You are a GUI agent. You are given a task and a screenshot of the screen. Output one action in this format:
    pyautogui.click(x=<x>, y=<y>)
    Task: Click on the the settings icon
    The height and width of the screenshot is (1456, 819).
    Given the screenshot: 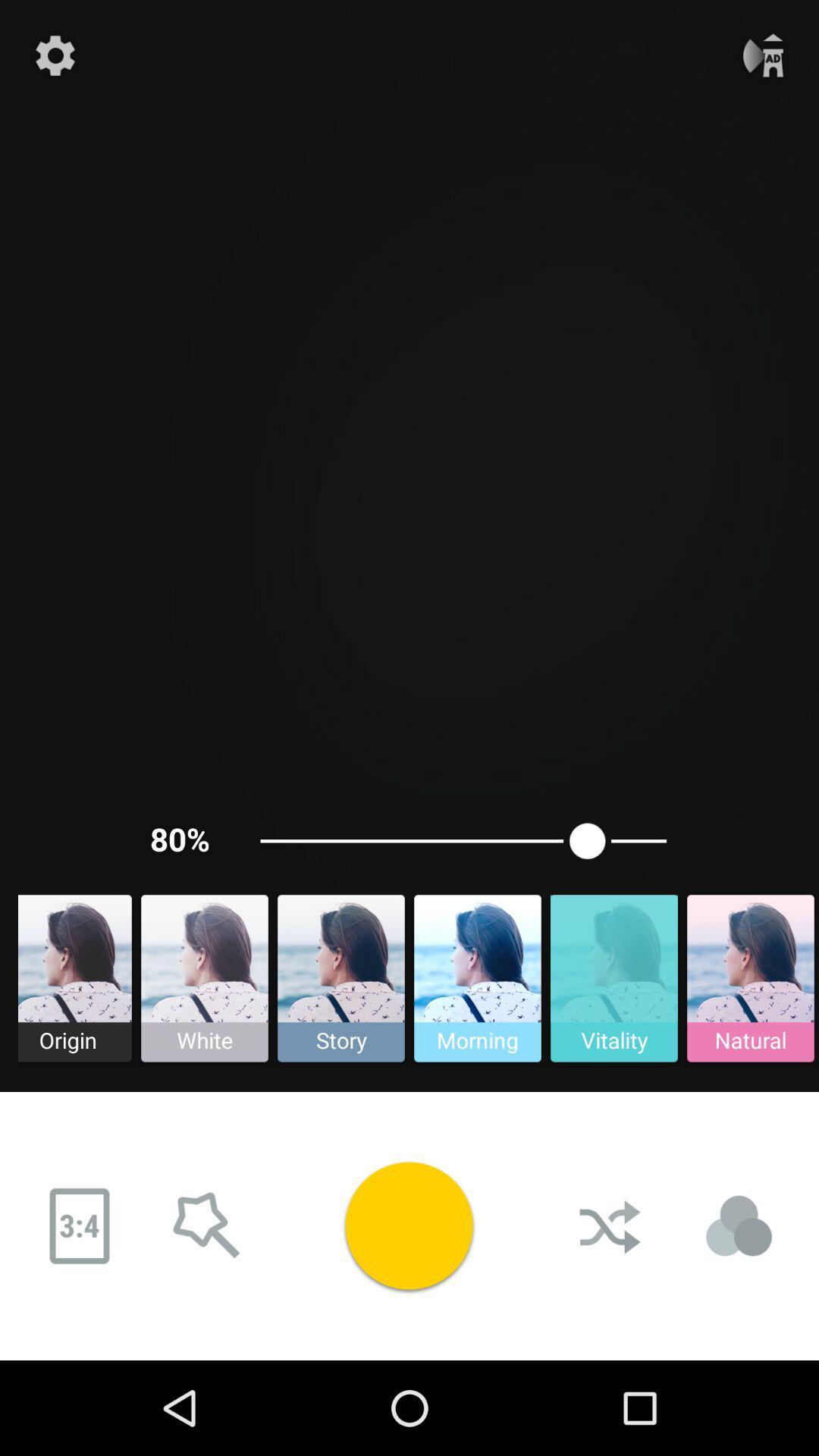 What is the action you would take?
    pyautogui.click(x=55, y=55)
    